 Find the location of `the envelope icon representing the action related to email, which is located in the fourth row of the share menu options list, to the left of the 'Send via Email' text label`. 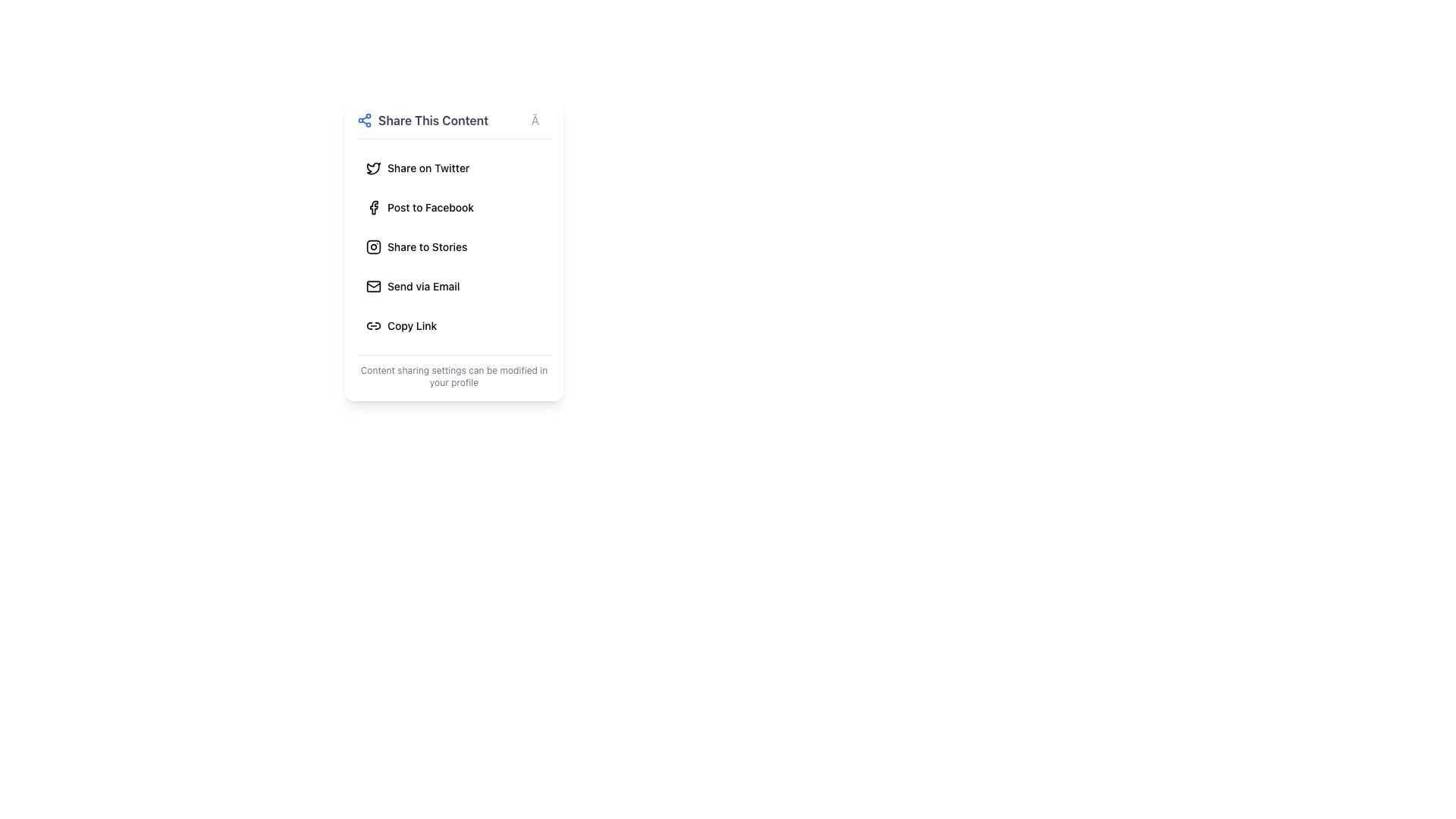

the envelope icon representing the action related to email, which is located in the fourth row of the share menu options list, to the left of the 'Send via Email' text label is located at coordinates (374, 287).